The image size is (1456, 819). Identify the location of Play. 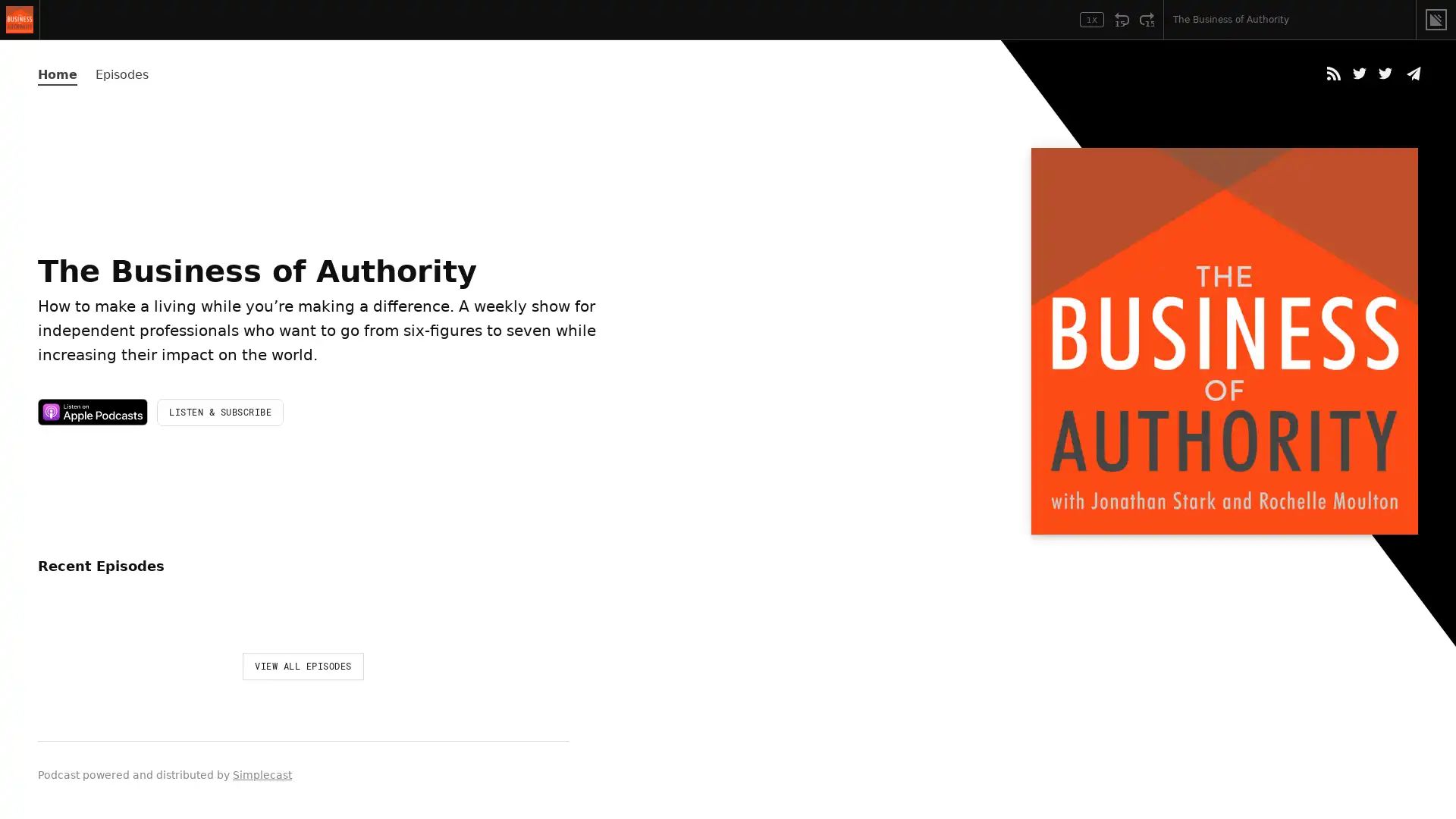
(55, 629).